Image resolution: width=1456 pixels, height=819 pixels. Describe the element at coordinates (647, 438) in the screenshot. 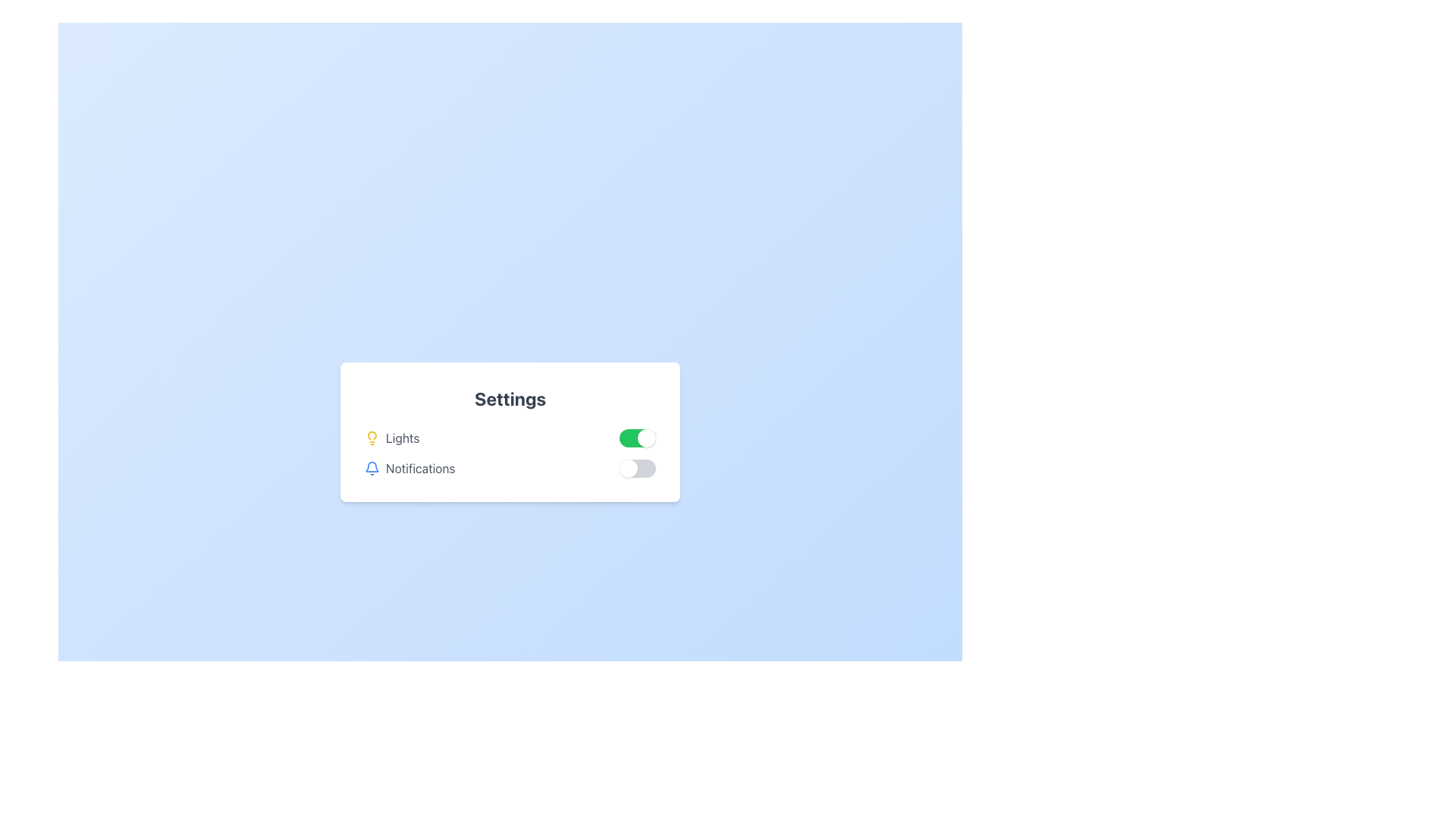

I see `the circular handle of the toggle switch located on the far-right side of the green toggle switch layout in the top-right corner of the 'Settings' card` at that location.